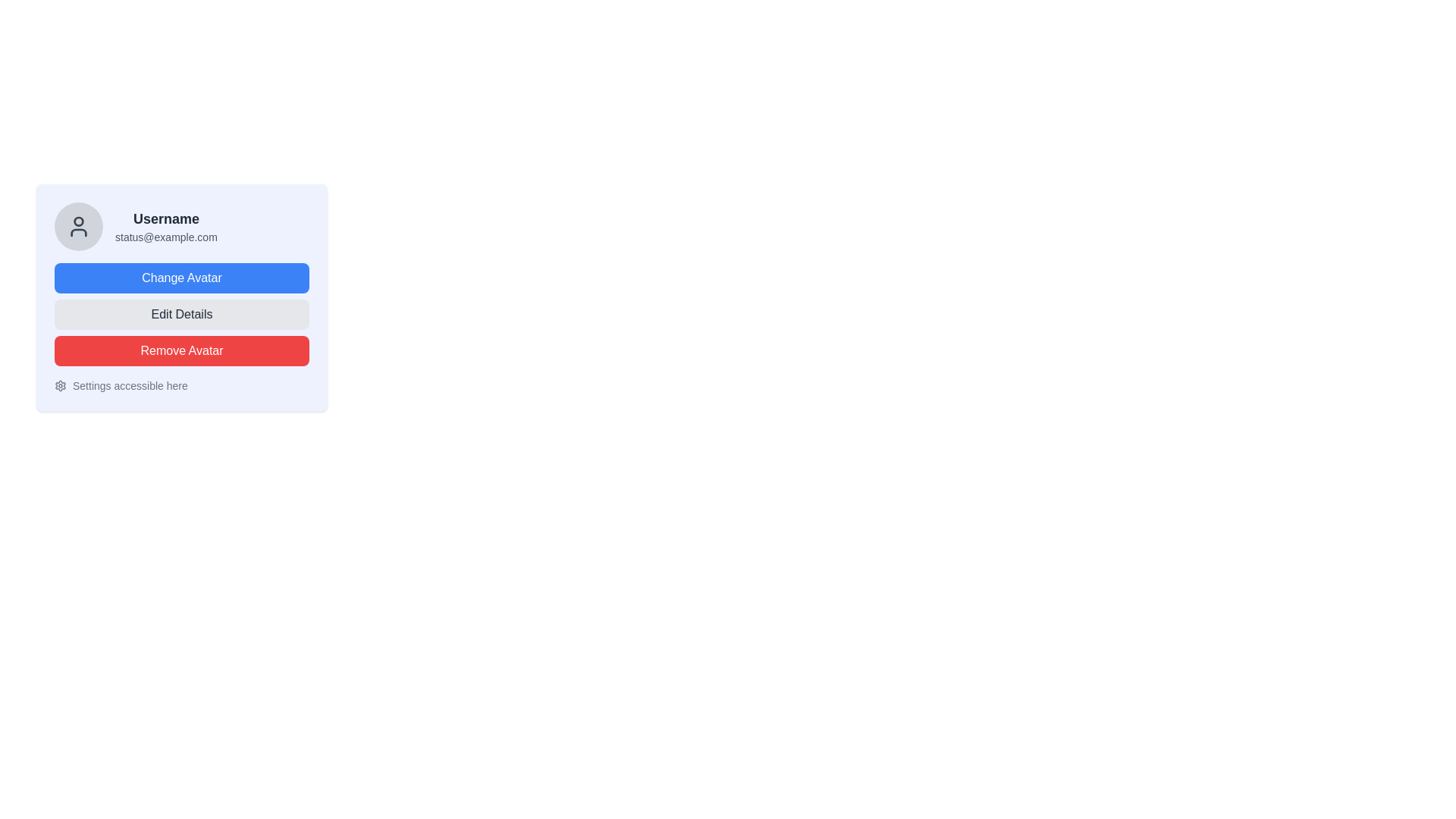  Describe the element at coordinates (166, 219) in the screenshot. I see `the 'Username' text label which is bold and prominently displayed at the top of the profile card, located above the email address element` at that location.